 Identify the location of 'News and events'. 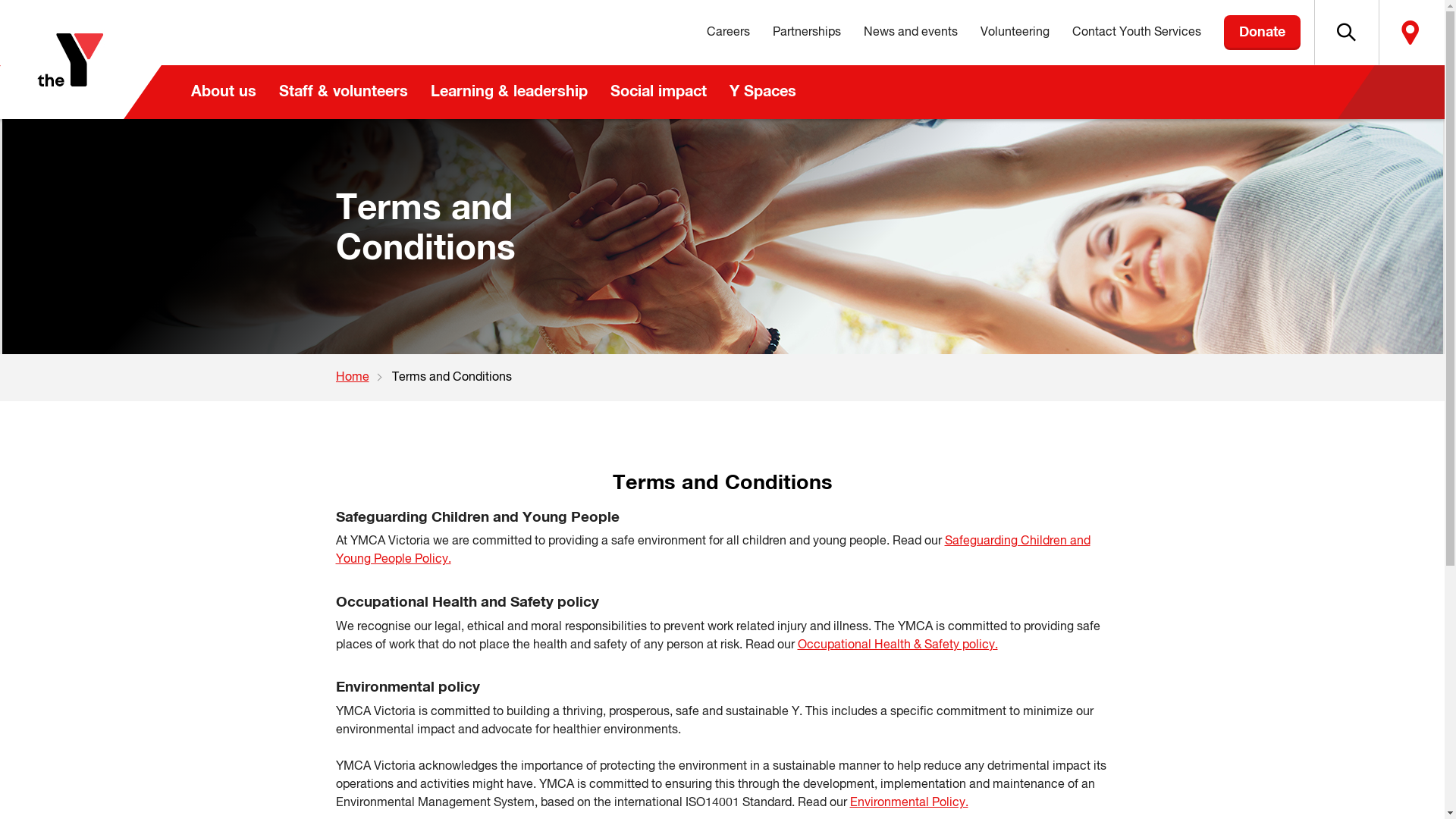
(910, 32).